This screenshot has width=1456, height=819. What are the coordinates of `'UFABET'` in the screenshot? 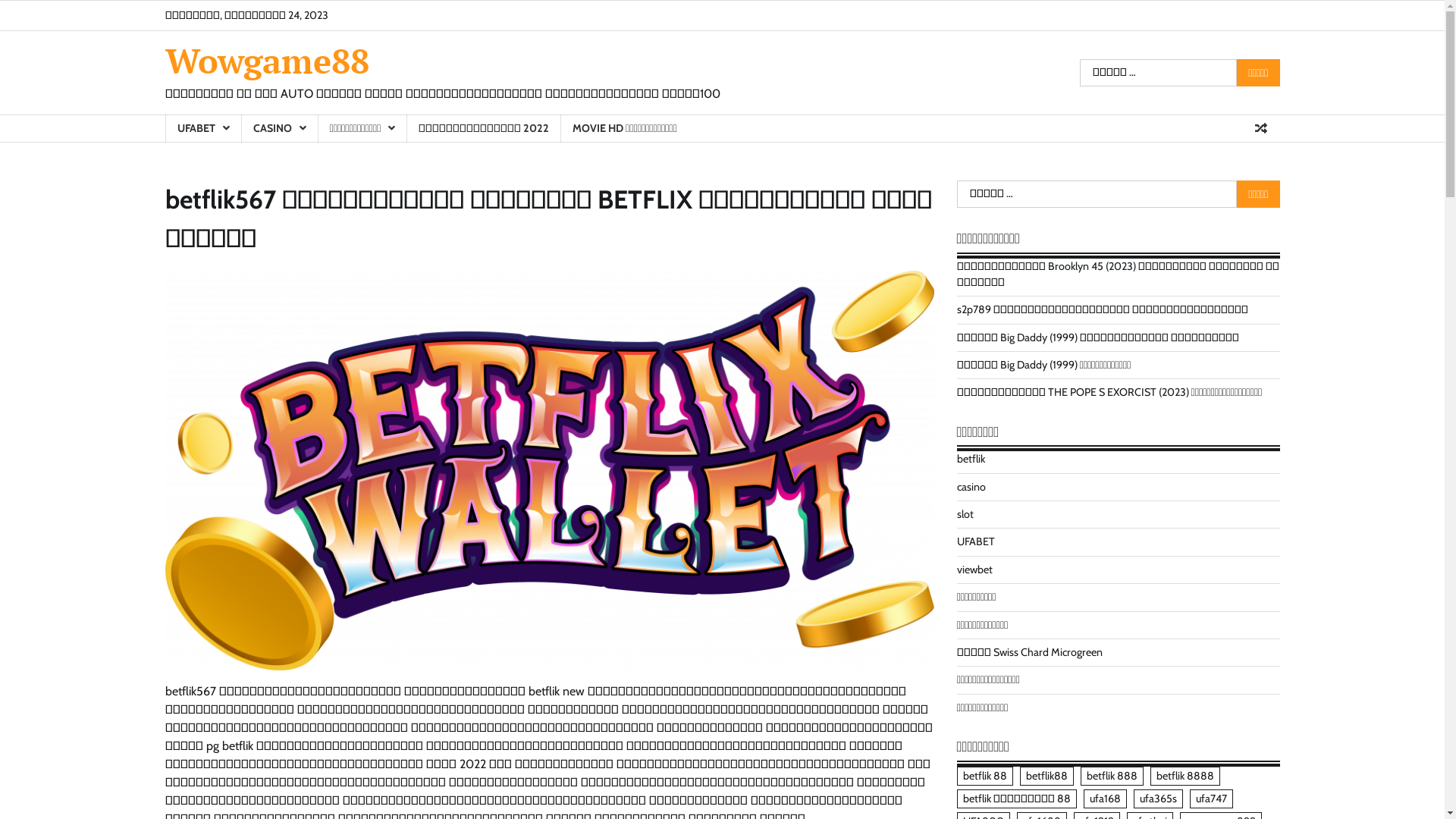 It's located at (165, 127).